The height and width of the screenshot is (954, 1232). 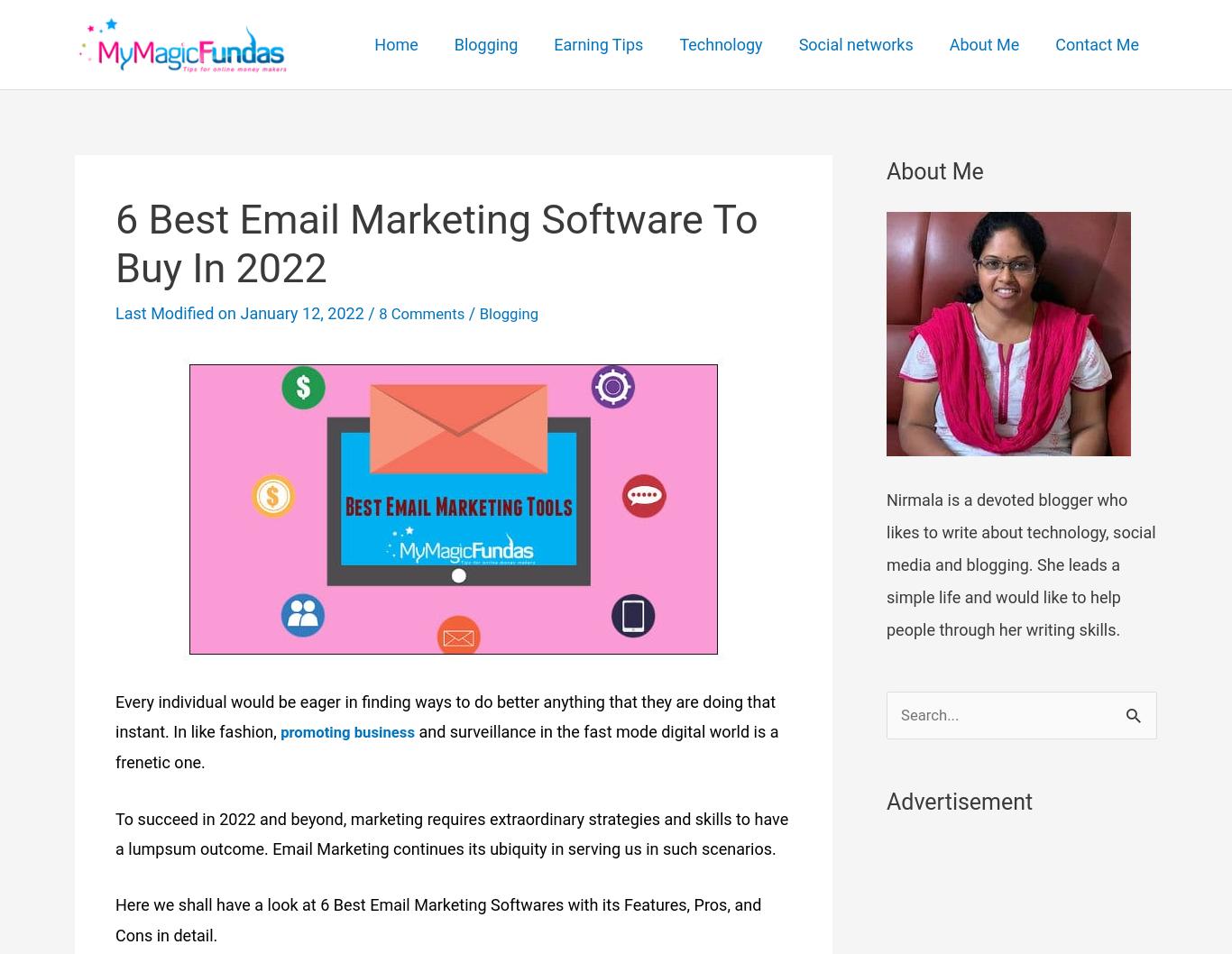 What do you see at coordinates (886, 803) in the screenshot?
I see `'Advertisement'` at bounding box center [886, 803].